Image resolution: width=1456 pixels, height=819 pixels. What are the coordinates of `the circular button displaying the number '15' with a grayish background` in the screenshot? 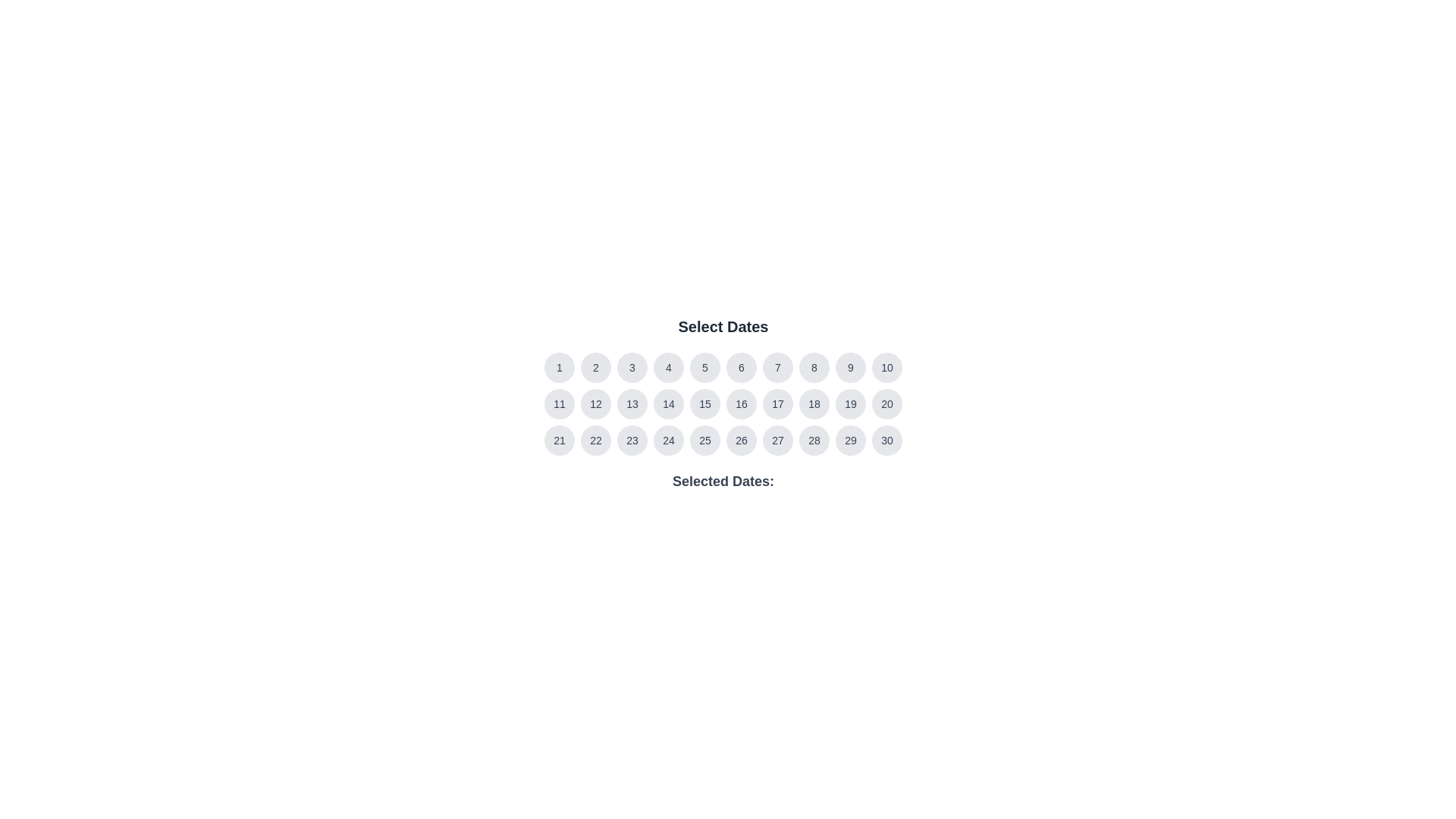 It's located at (704, 403).